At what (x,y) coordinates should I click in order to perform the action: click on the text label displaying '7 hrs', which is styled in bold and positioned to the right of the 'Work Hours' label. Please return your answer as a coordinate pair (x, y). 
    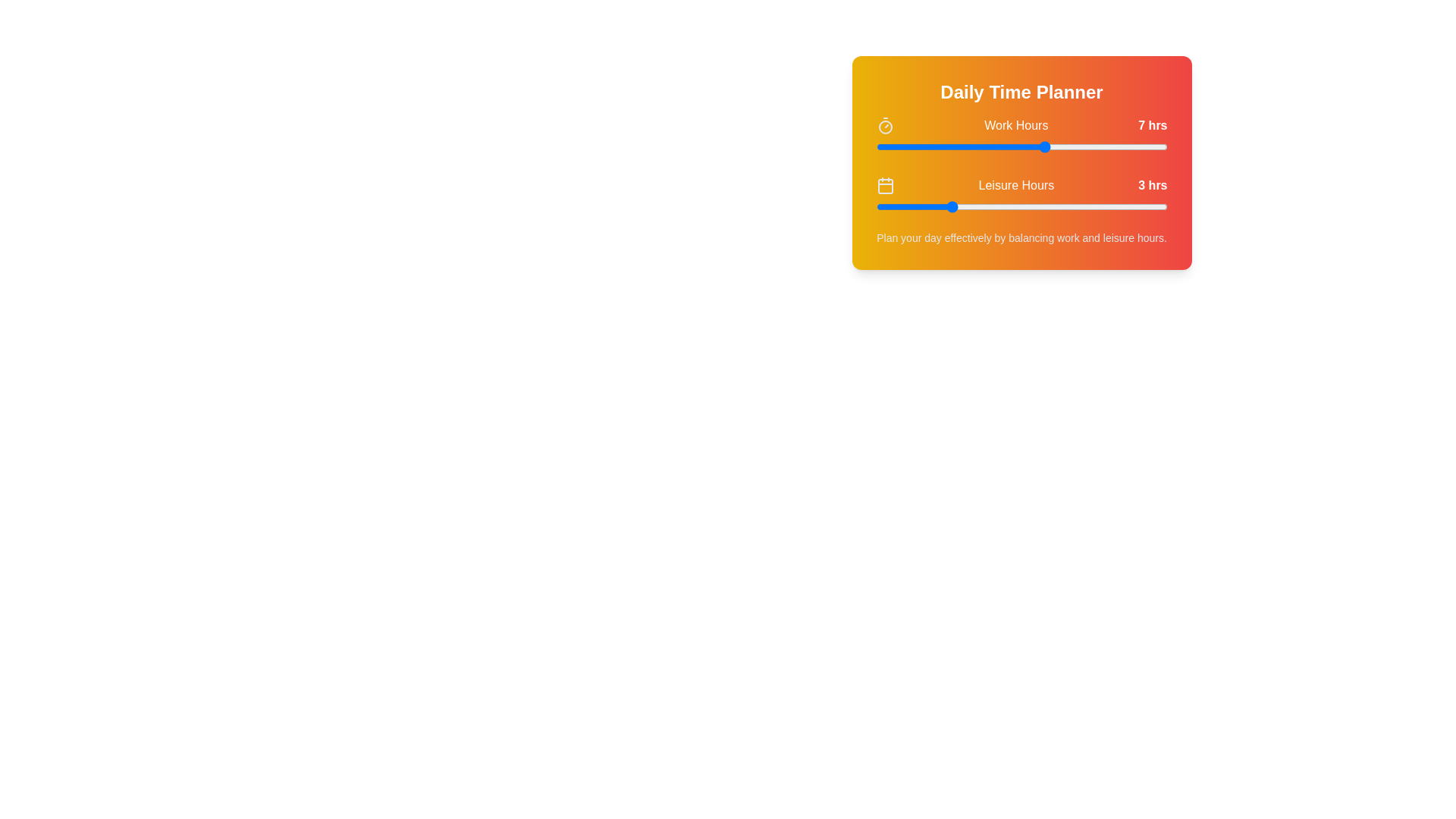
    Looking at the image, I should click on (1153, 124).